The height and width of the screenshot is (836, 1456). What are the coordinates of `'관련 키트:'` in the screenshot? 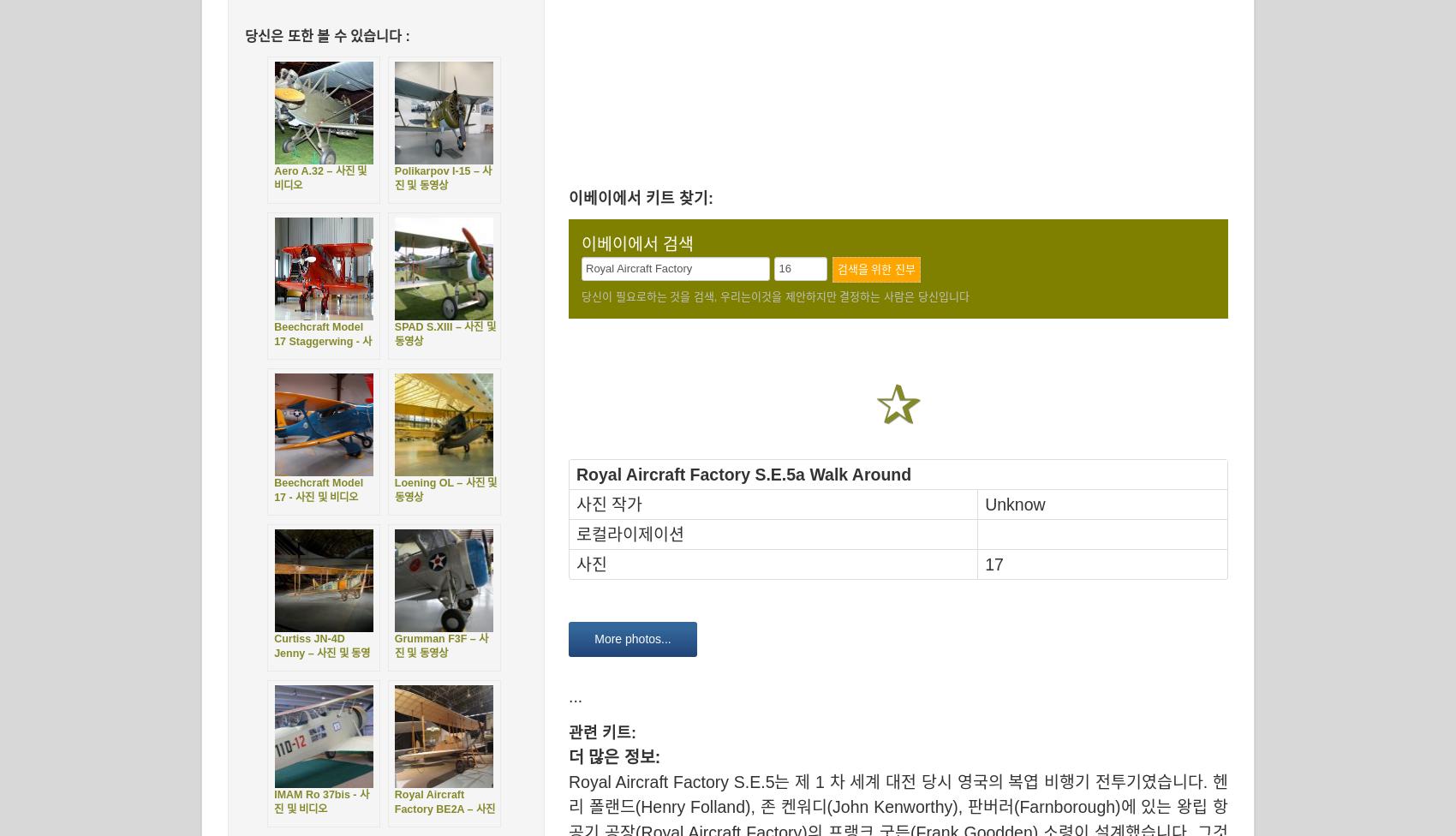 It's located at (602, 731).